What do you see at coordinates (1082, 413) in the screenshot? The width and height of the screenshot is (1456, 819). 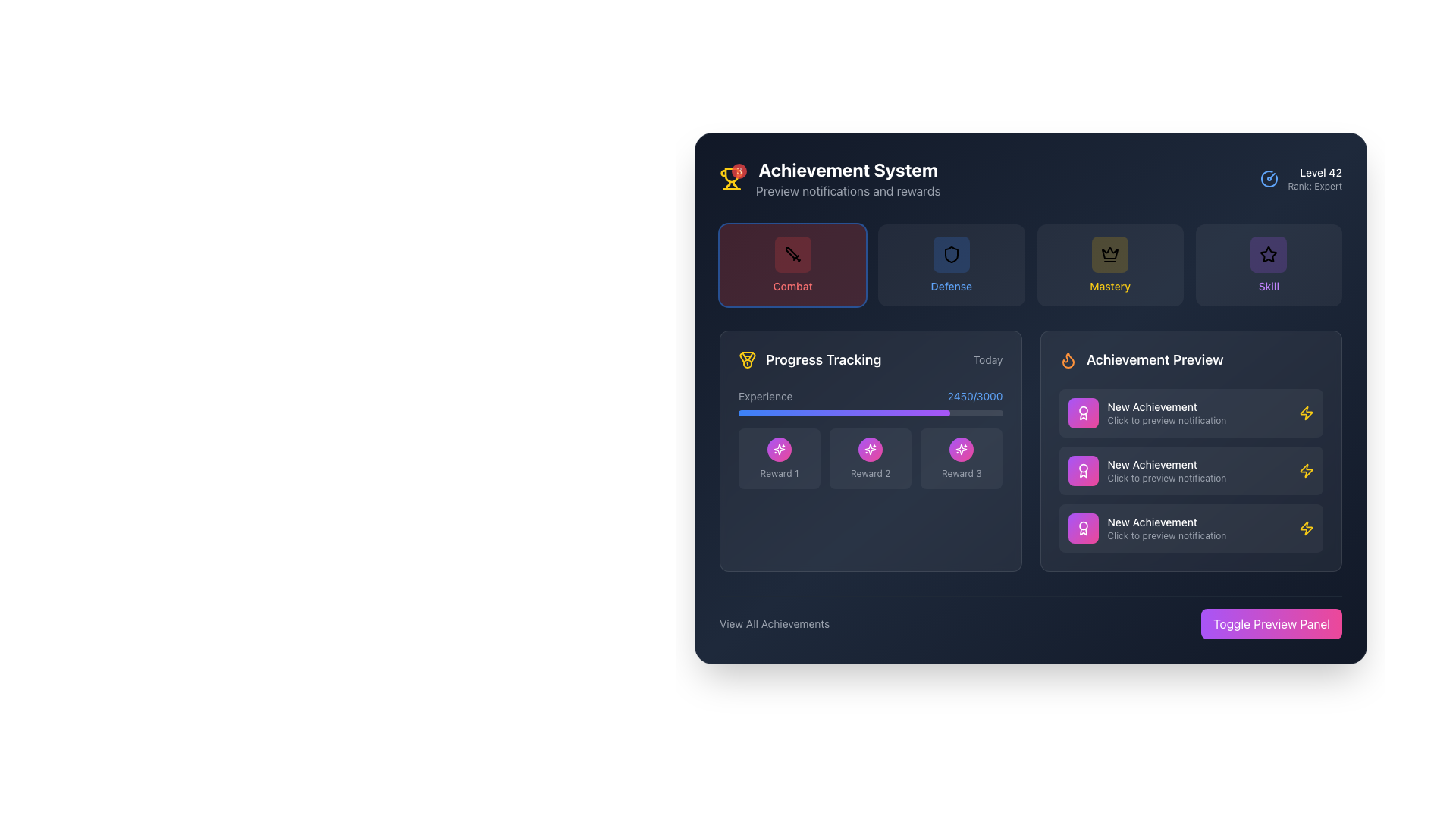 I see `the leftmost icon button representing an award or achievement in the 'Achievement Preview' section` at bounding box center [1082, 413].